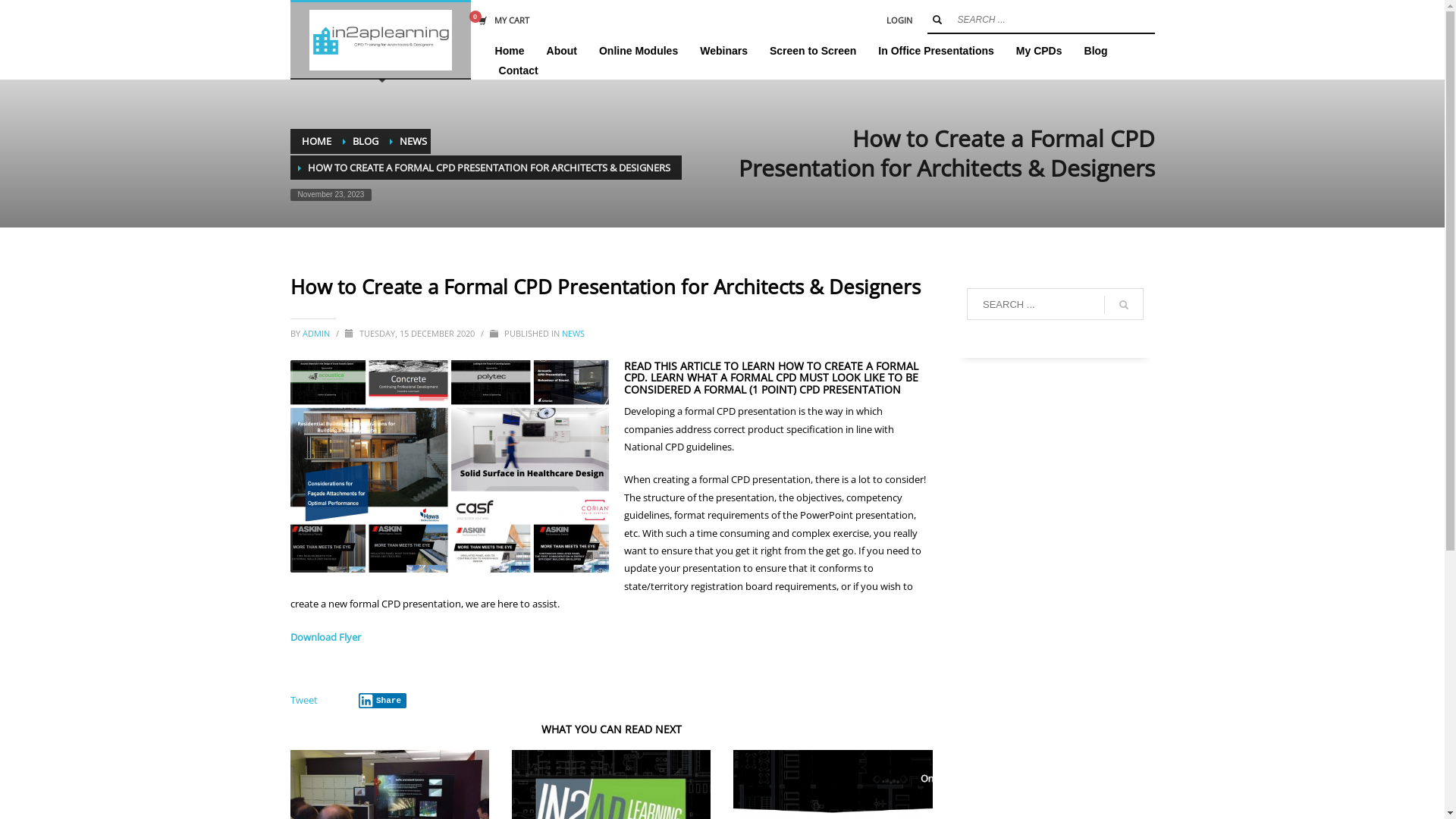  I want to click on 'Share', so click(382, 701).